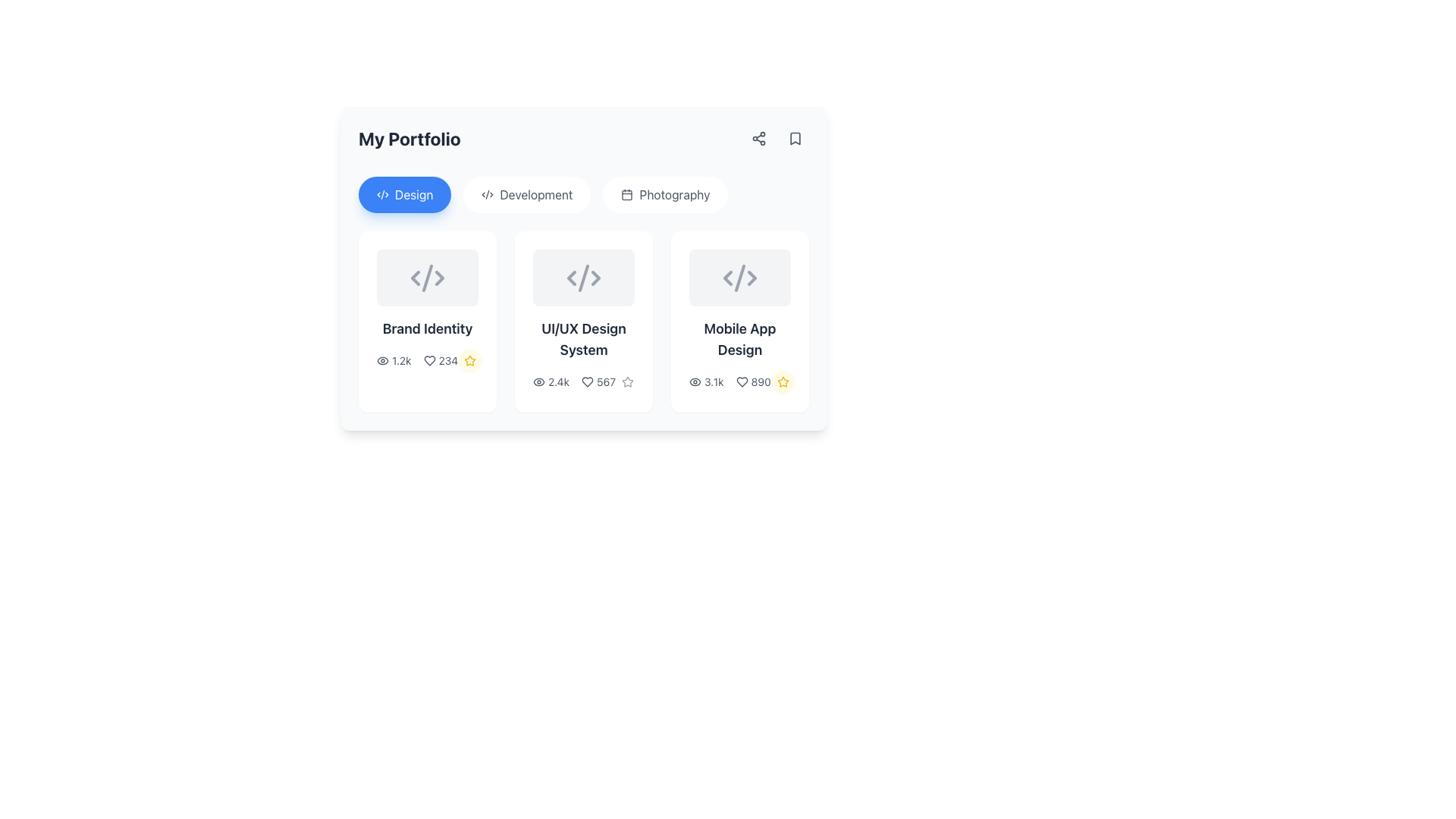 The width and height of the screenshot is (1456, 819). Describe the element at coordinates (795, 138) in the screenshot. I see `the bookmark icon located in the top-right corner of the 'My Portfolio' panel` at that location.